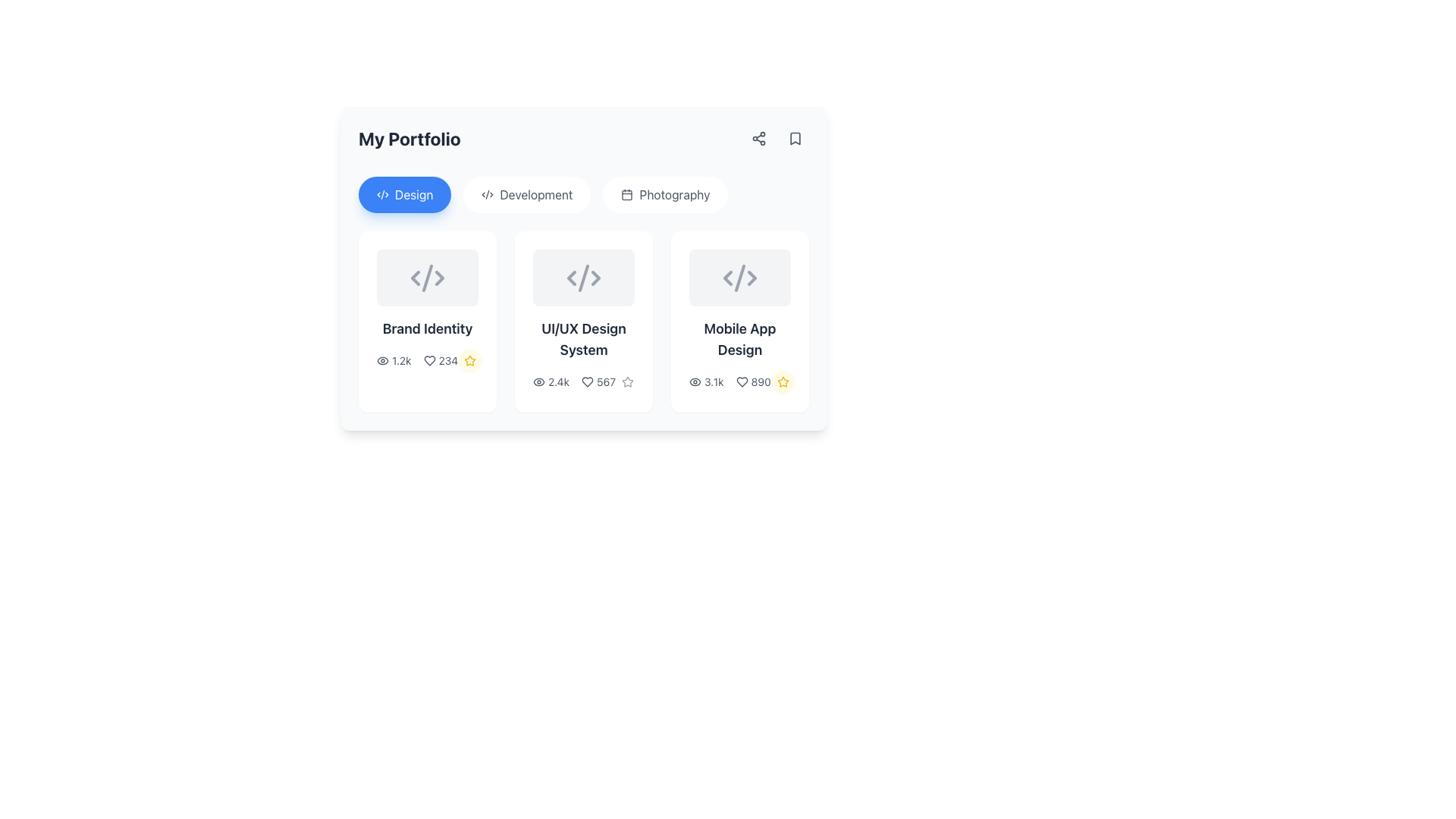 The width and height of the screenshot is (1456, 819). Describe the element at coordinates (795, 138) in the screenshot. I see `the bookmark icon located in the top-right corner of the 'My Portfolio' panel` at that location.